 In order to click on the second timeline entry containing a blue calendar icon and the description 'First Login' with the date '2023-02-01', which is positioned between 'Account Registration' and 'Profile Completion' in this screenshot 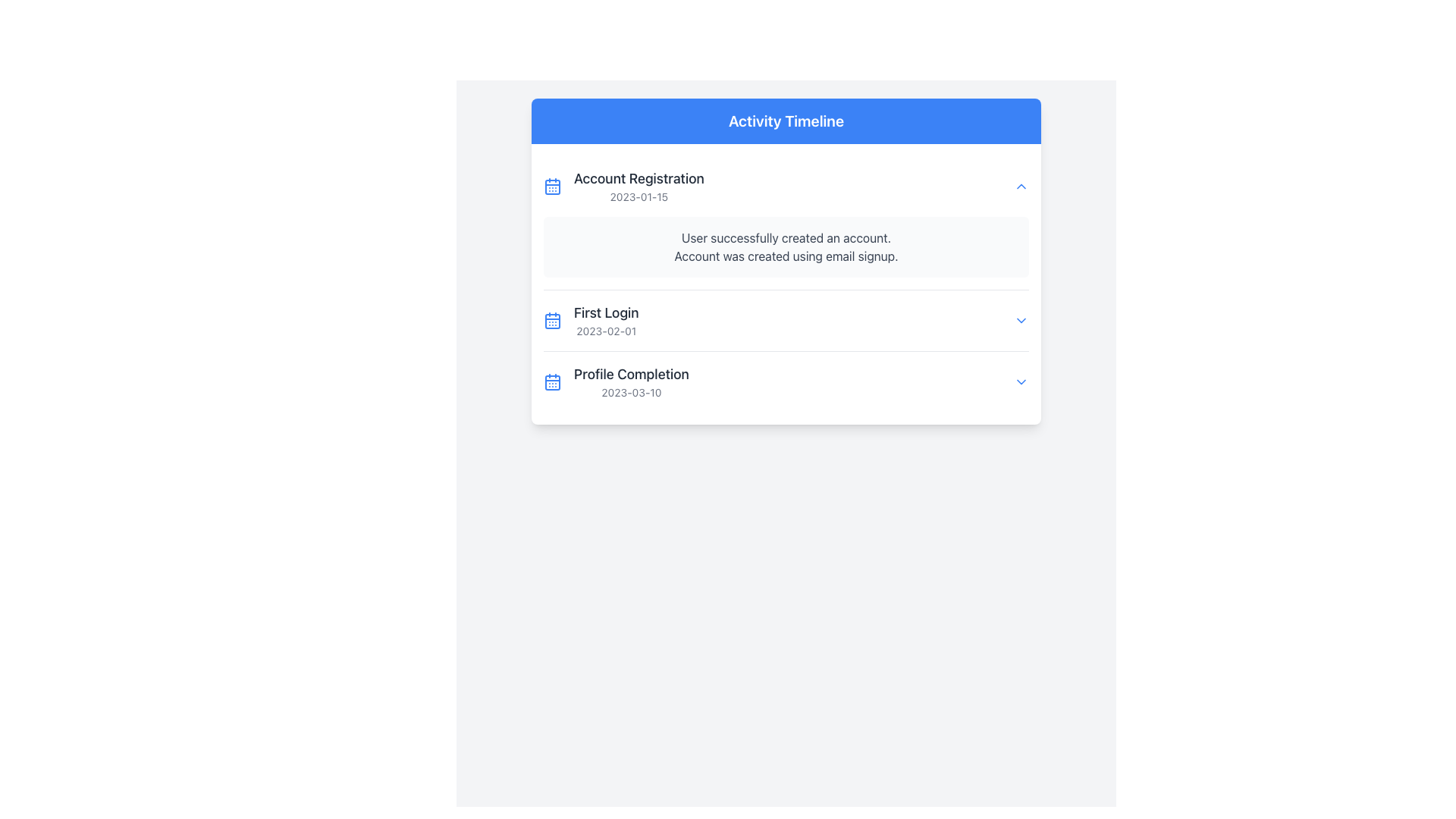, I will do `click(590, 320)`.